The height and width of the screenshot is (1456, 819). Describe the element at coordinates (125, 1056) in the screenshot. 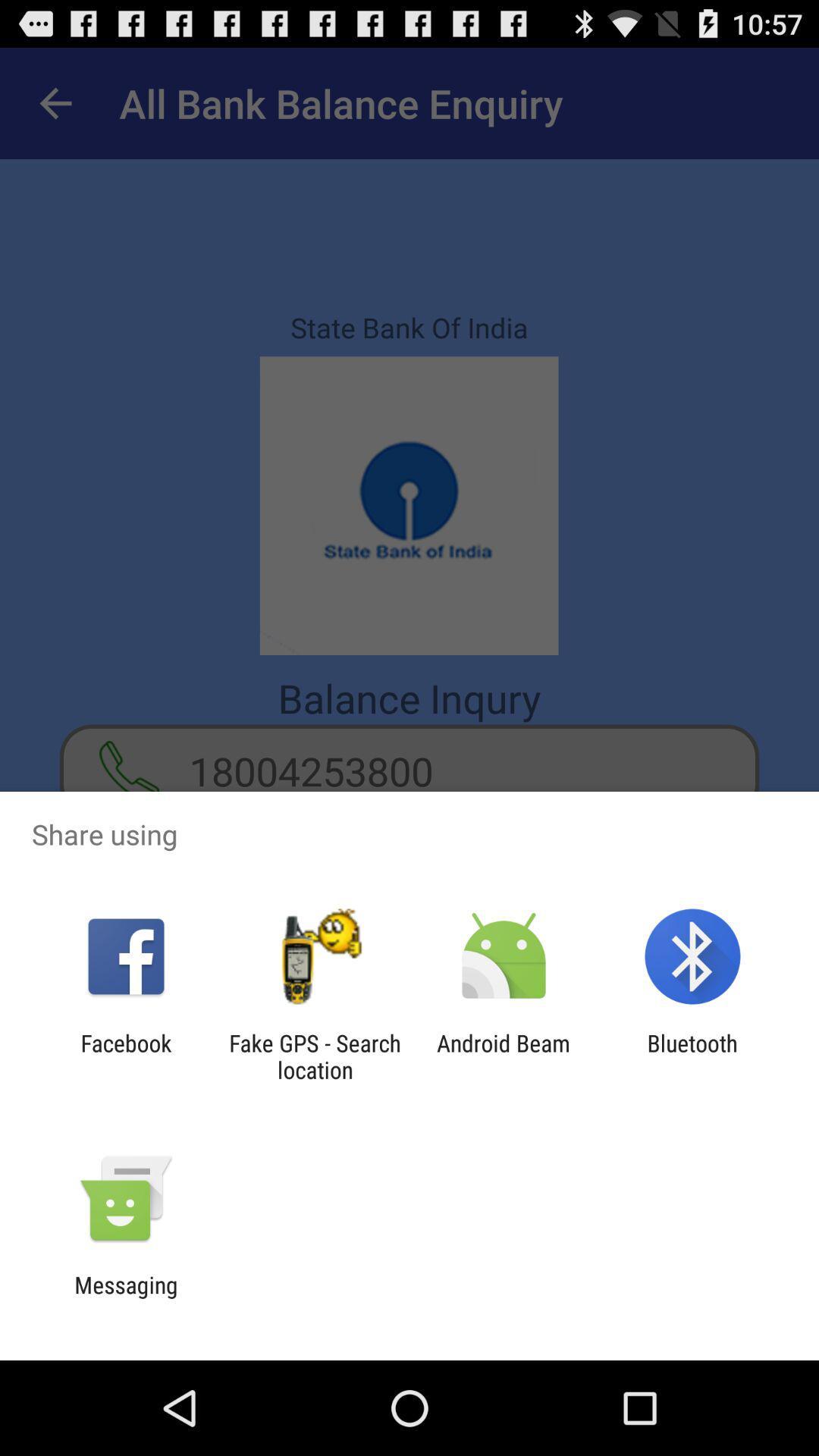

I see `app next to the fake gps search item` at that location.